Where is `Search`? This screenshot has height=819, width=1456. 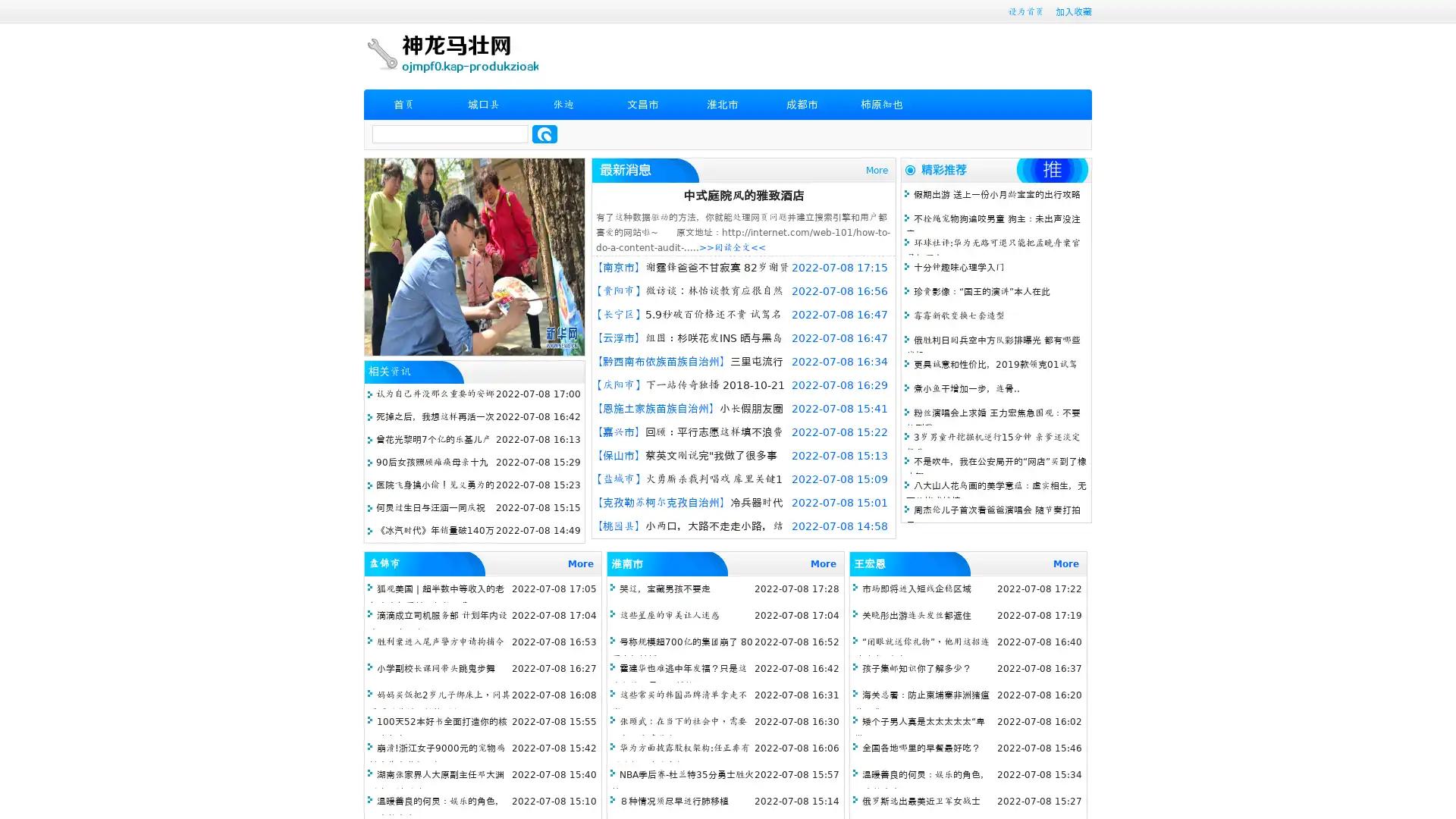
Search is located at coordinates (544, 133).